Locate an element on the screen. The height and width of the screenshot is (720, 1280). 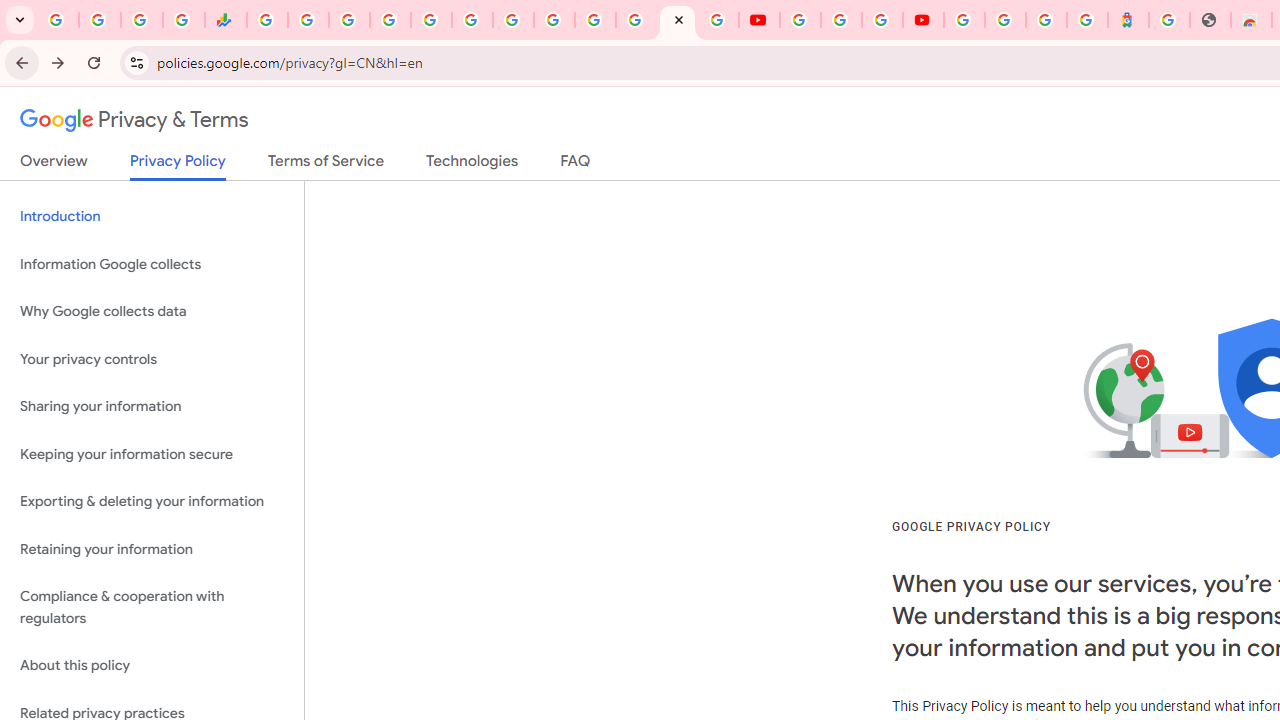
'Google Account Help' is located at coordinates (840, 20).